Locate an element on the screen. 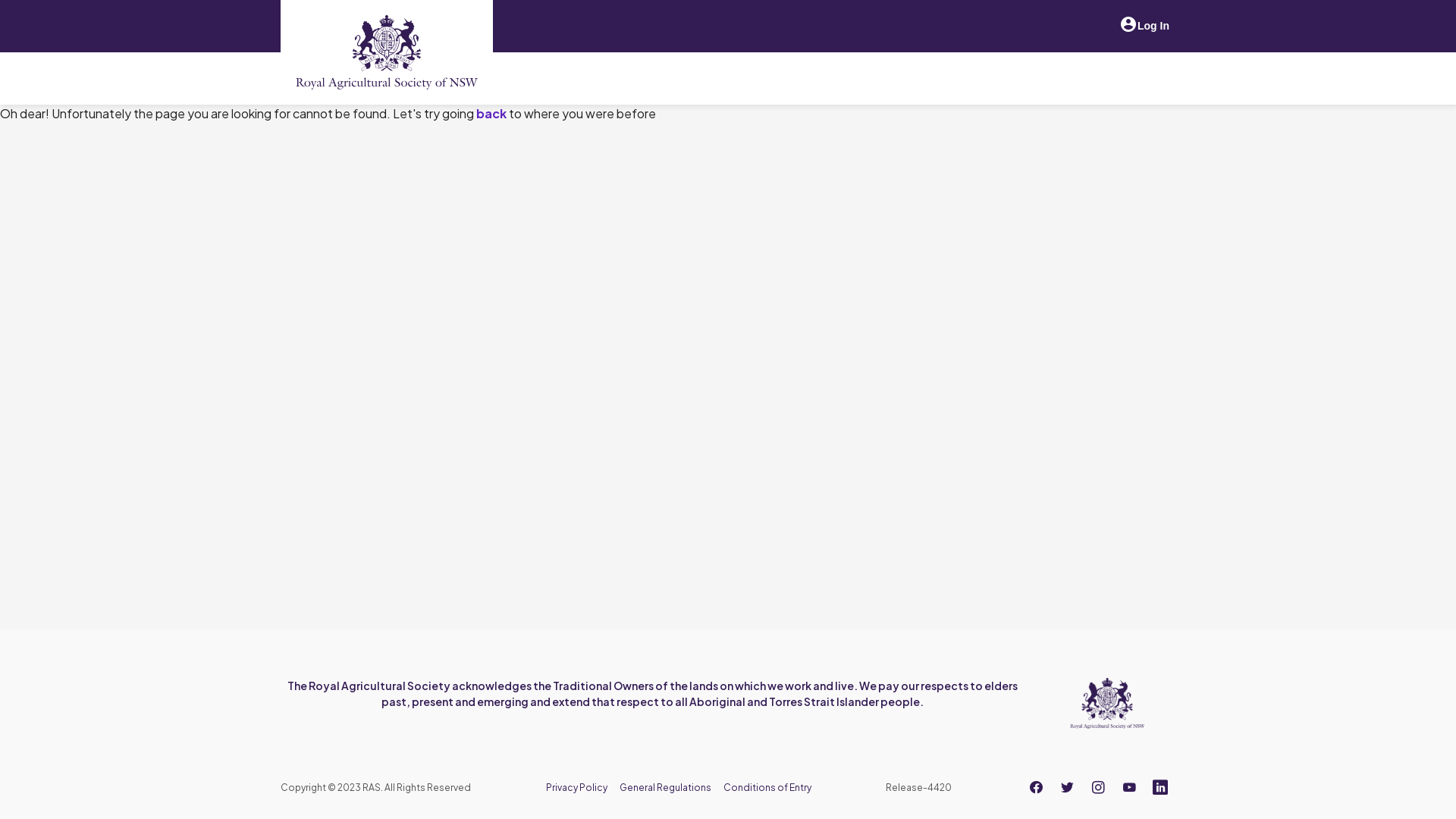 This screenshot has width=1456, height=819. 'Privacy Policy' is located at coordinates (576, 786).